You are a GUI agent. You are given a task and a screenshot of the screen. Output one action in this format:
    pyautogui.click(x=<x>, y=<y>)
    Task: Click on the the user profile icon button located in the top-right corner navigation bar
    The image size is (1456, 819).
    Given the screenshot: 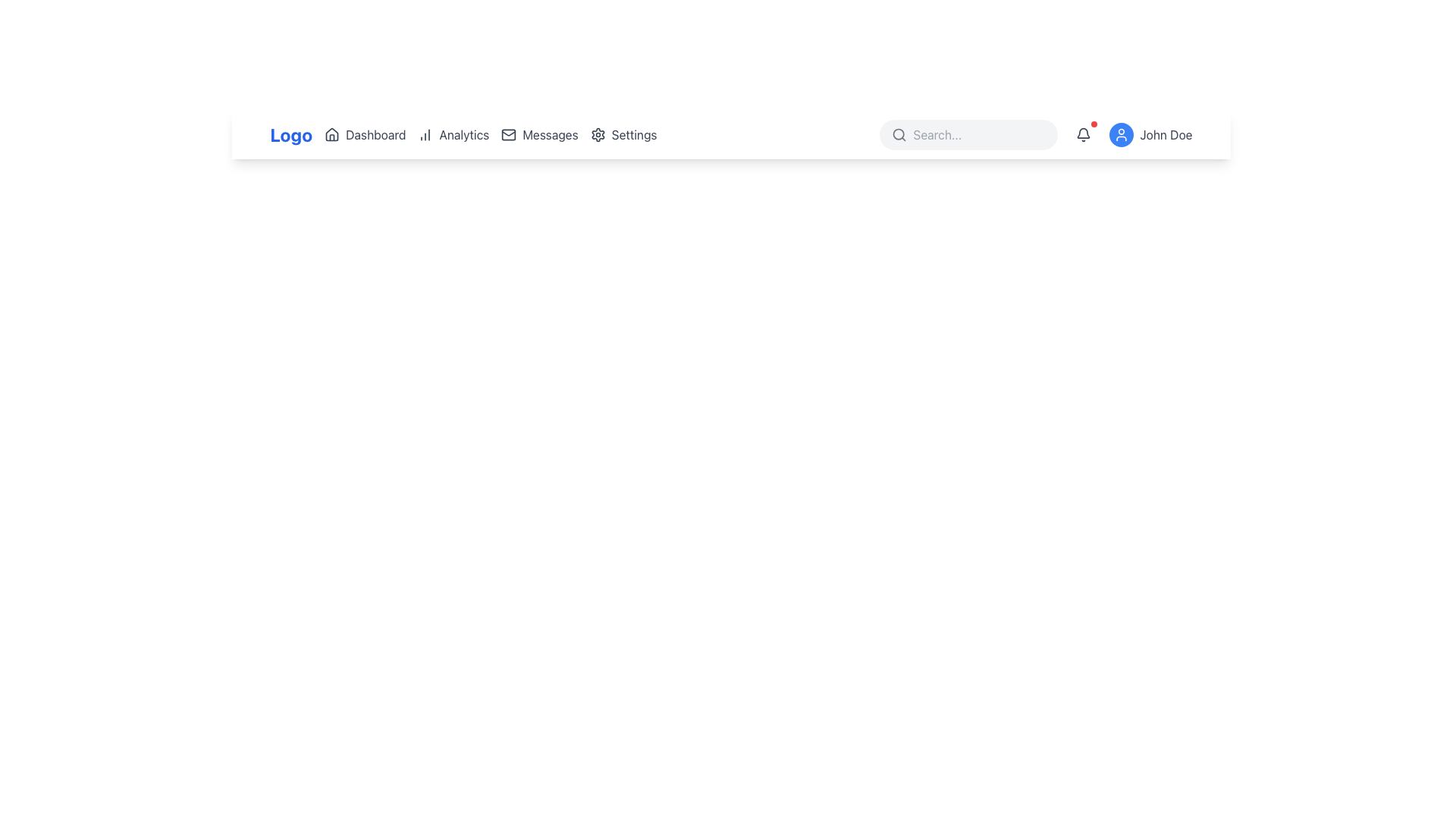 What is the action you would take?
    pyautogui.click(x=1122, y=133)
    